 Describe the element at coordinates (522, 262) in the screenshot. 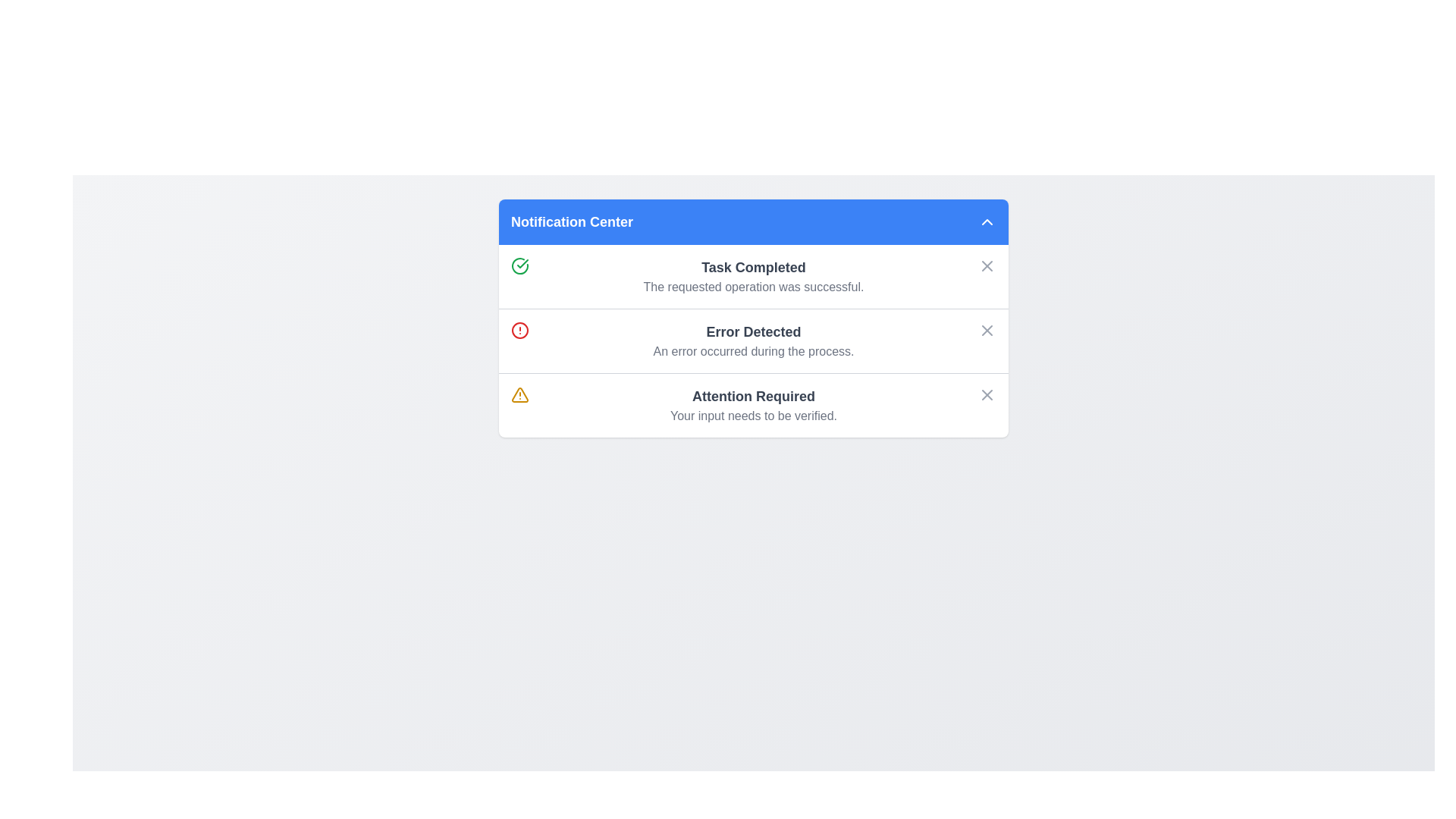

I see `the notification icon that indicates a task has been successfully completed, located to the left of the 'Task Completed' text in the notification center` at that location.